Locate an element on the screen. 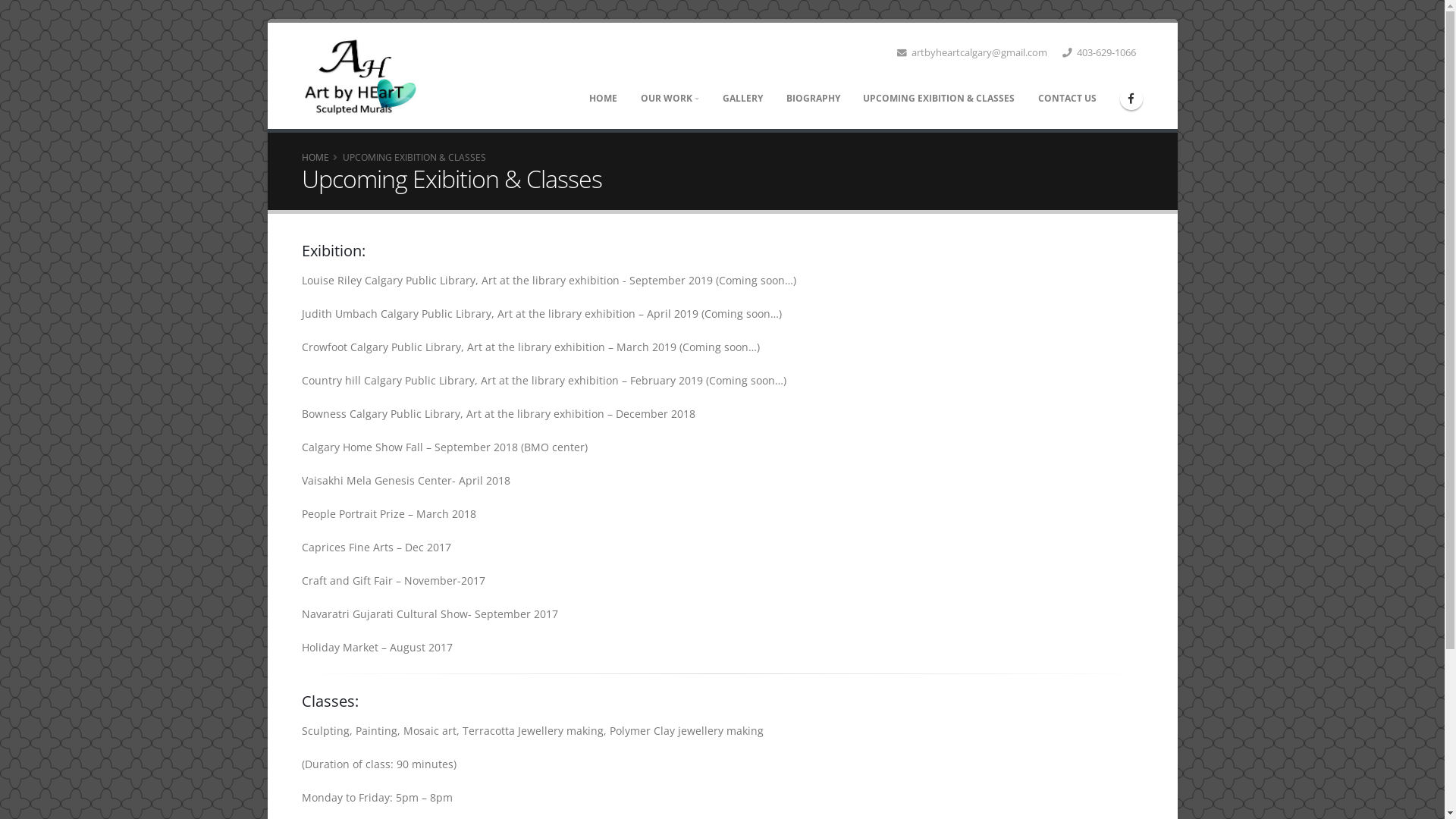  'OUR WORK' is located at coordinates (669, 99).